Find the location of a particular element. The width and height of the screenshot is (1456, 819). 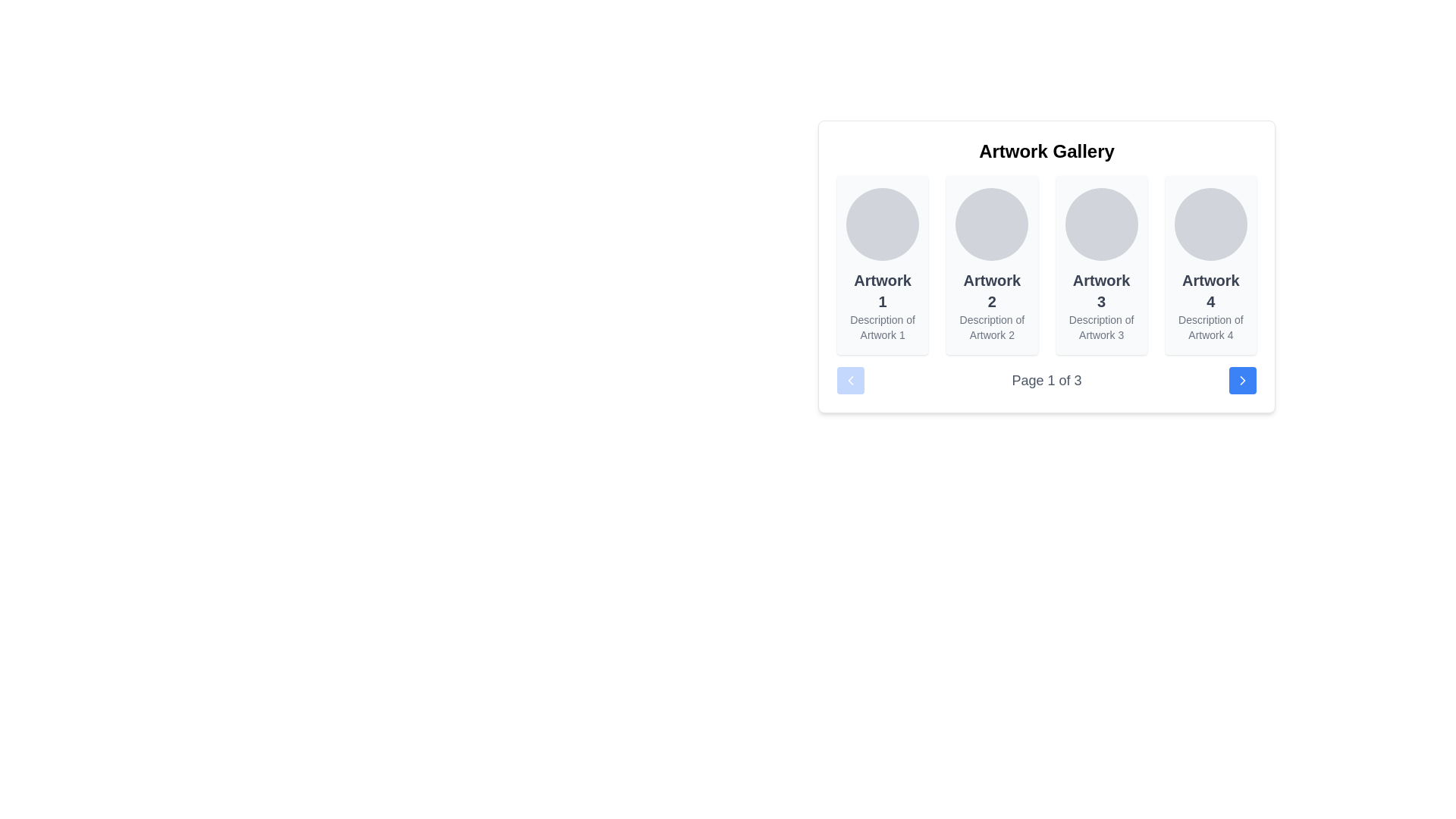

text label that reads 'Description of Artwork 2', which is centrally aligned and located below the 'Artwork 2' title in the third position of the card layout is located at coordinates (992, 327).